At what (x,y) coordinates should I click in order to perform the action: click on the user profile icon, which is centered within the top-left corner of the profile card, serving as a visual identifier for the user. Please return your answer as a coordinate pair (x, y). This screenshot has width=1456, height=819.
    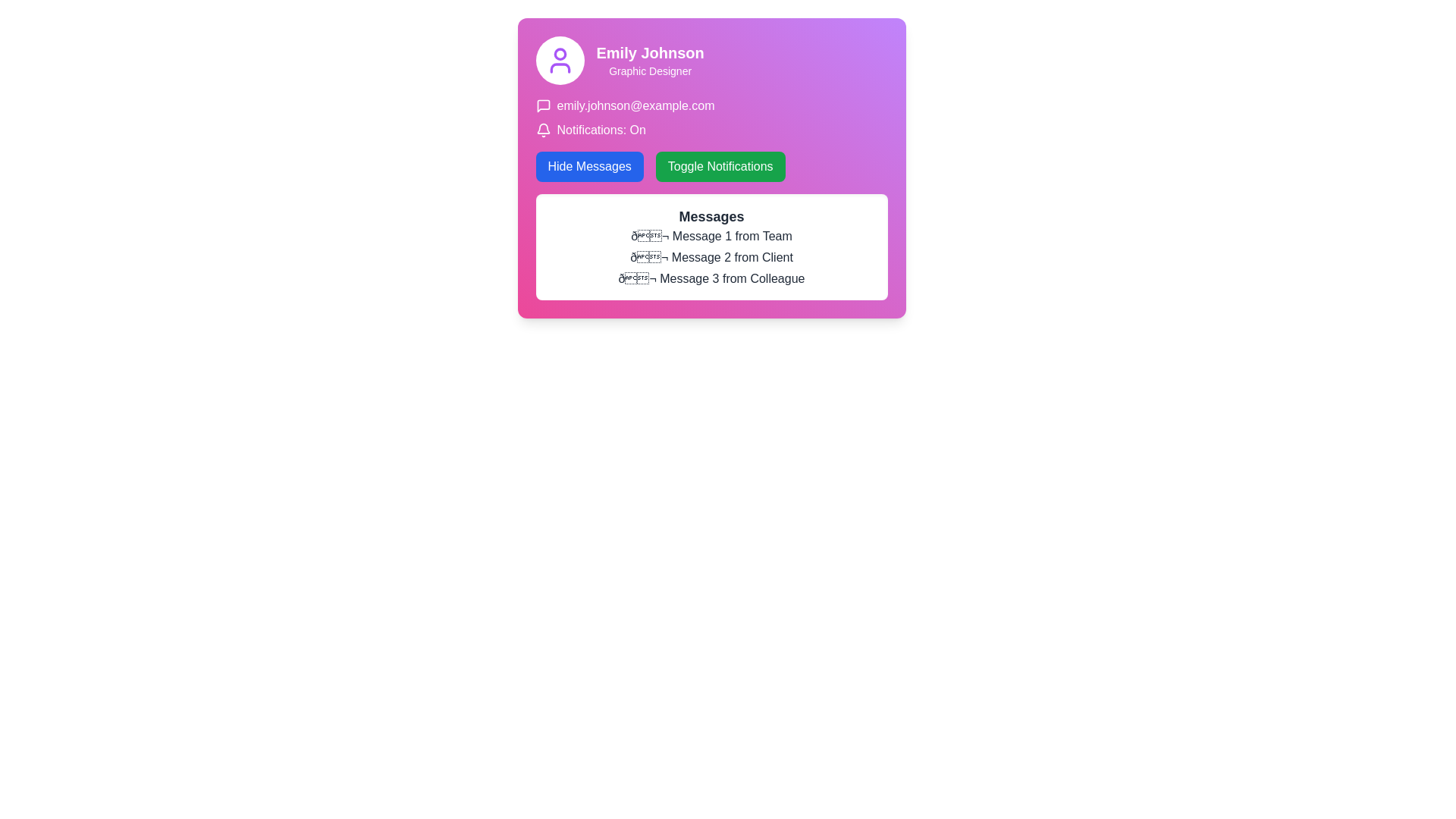
    Looking at the image, I should click on (559, 60).